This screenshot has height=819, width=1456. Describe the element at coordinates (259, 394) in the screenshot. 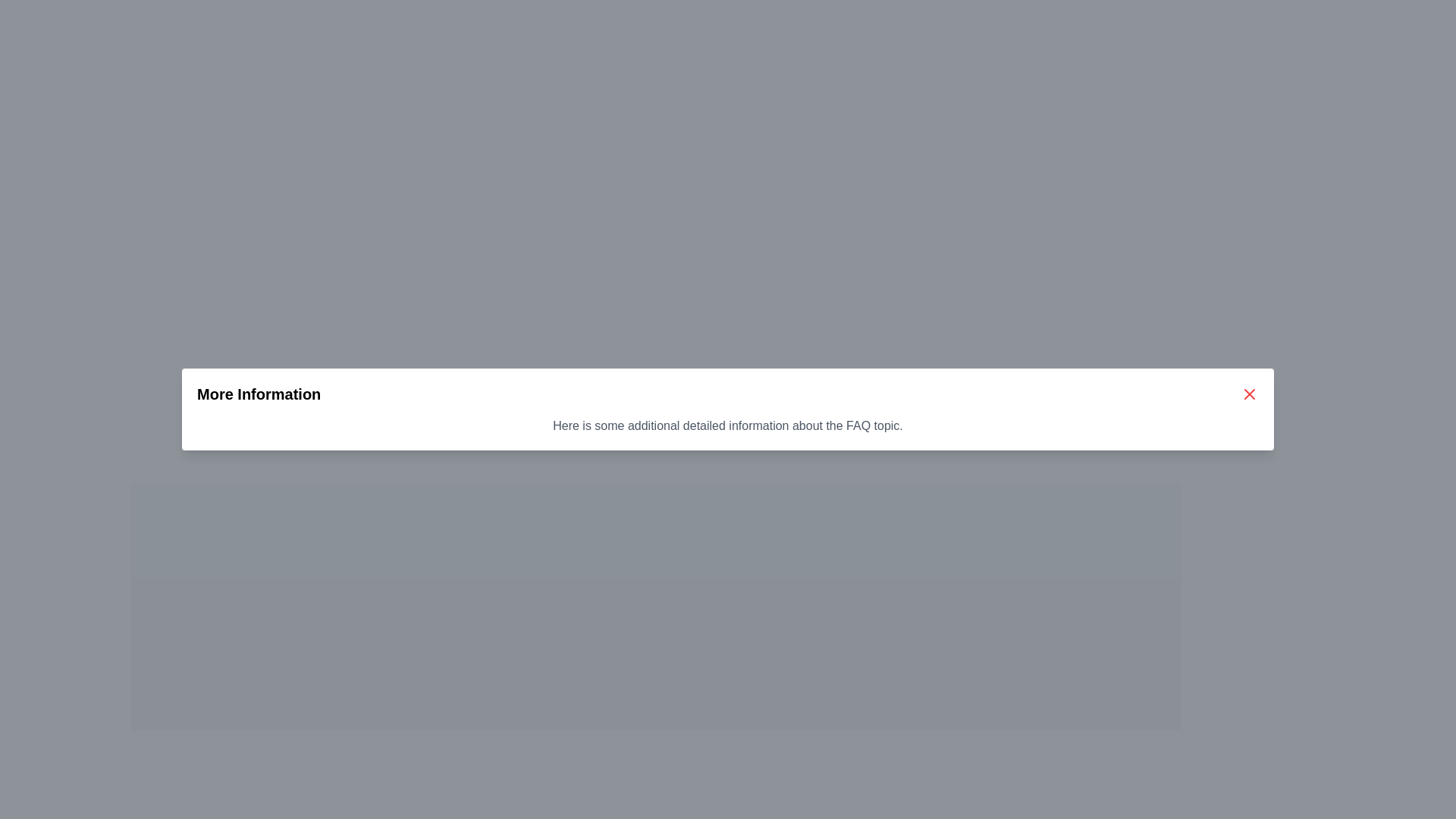

I see `the static text header that indicates the content or functionality of the associated interface section, located on the left side of the horizontal layout` at that location.